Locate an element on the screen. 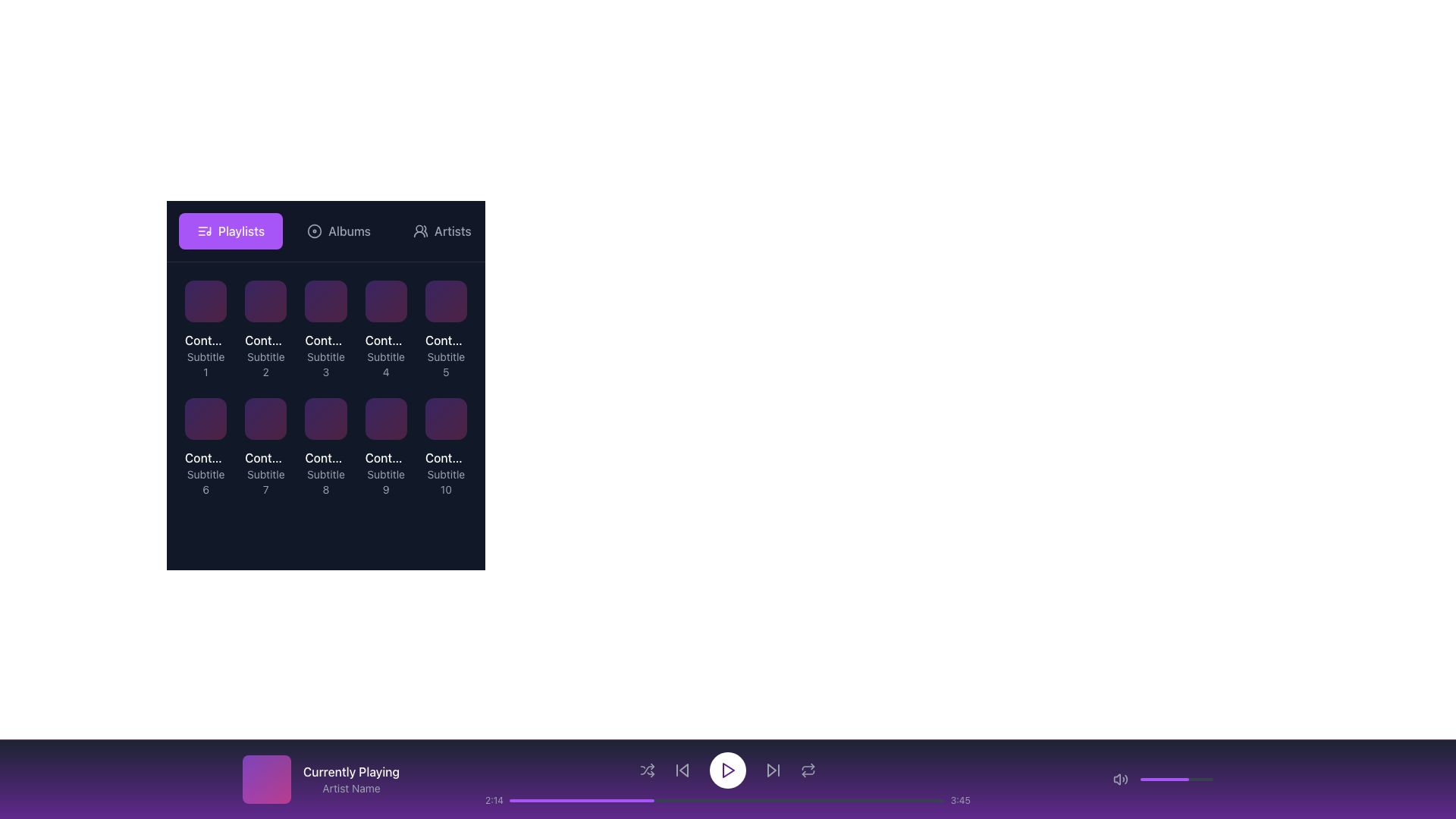 This screenshot has height=819, width=1456. the interactive card with metadata display, located in the bottom-right corner of the grid layout is located at coordinates (445, 447).